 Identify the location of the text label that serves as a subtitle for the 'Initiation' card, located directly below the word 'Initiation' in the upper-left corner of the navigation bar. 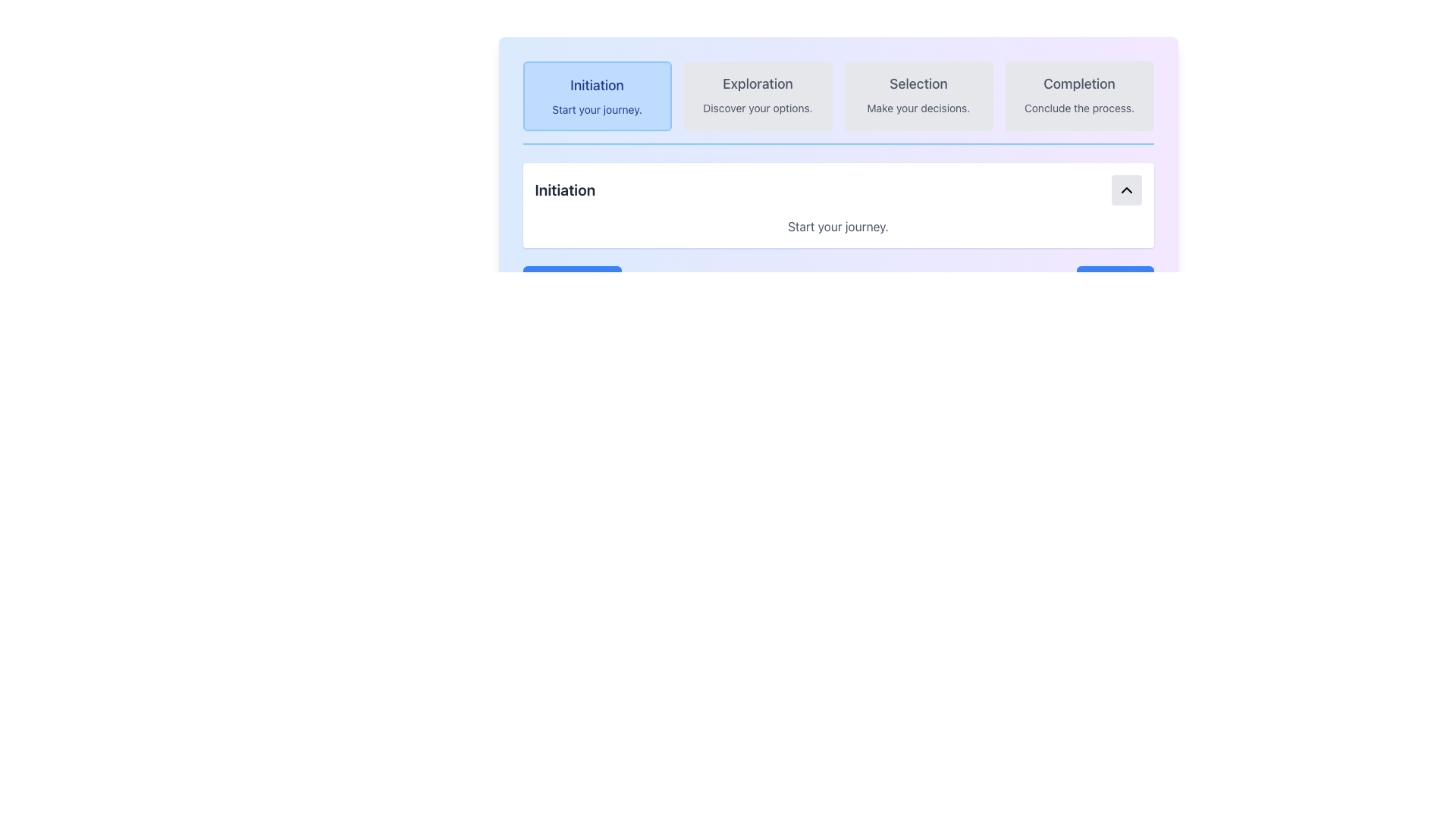
(596, 109).